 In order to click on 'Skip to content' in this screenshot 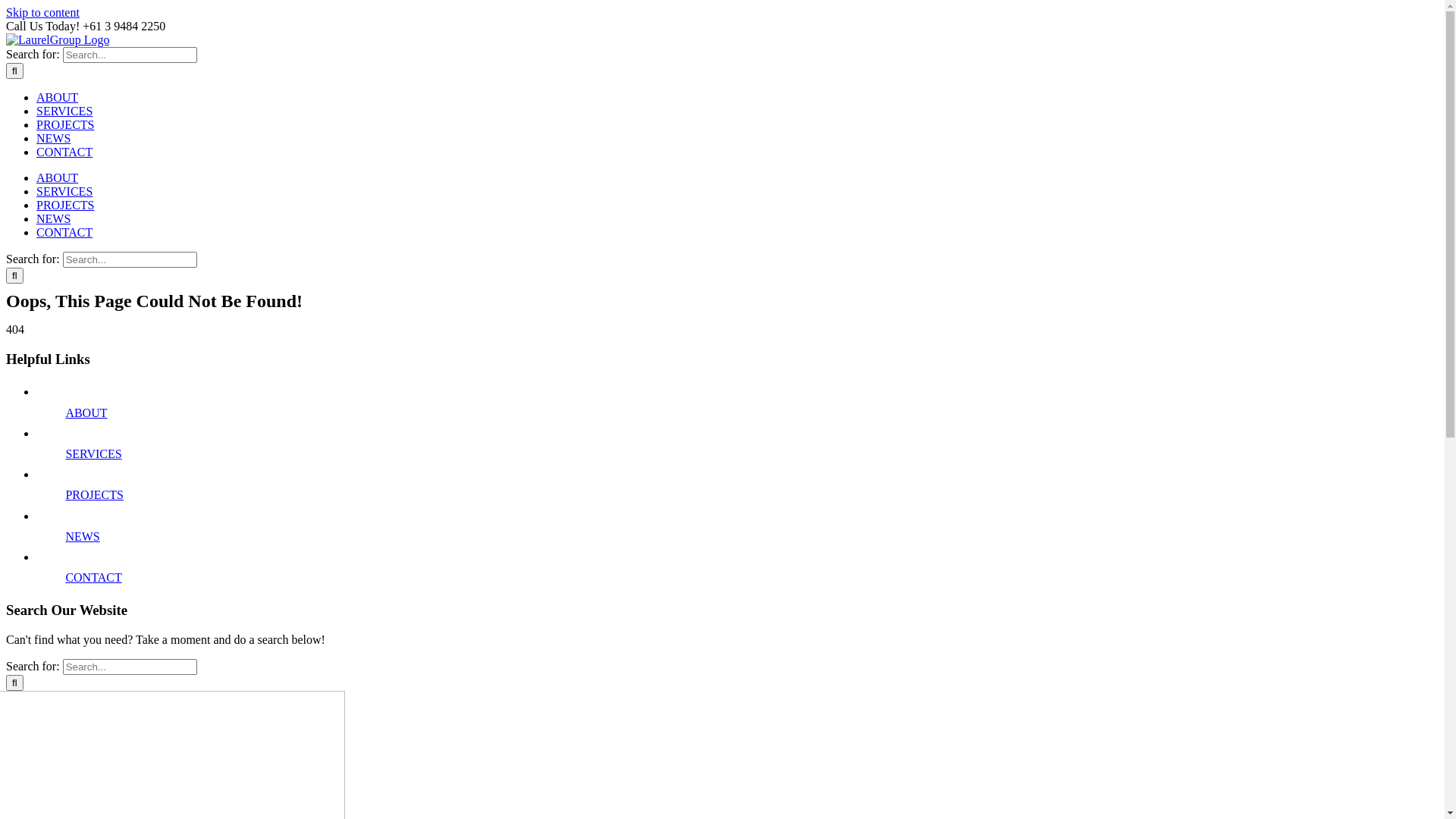, I will do `click(42, 12)`.